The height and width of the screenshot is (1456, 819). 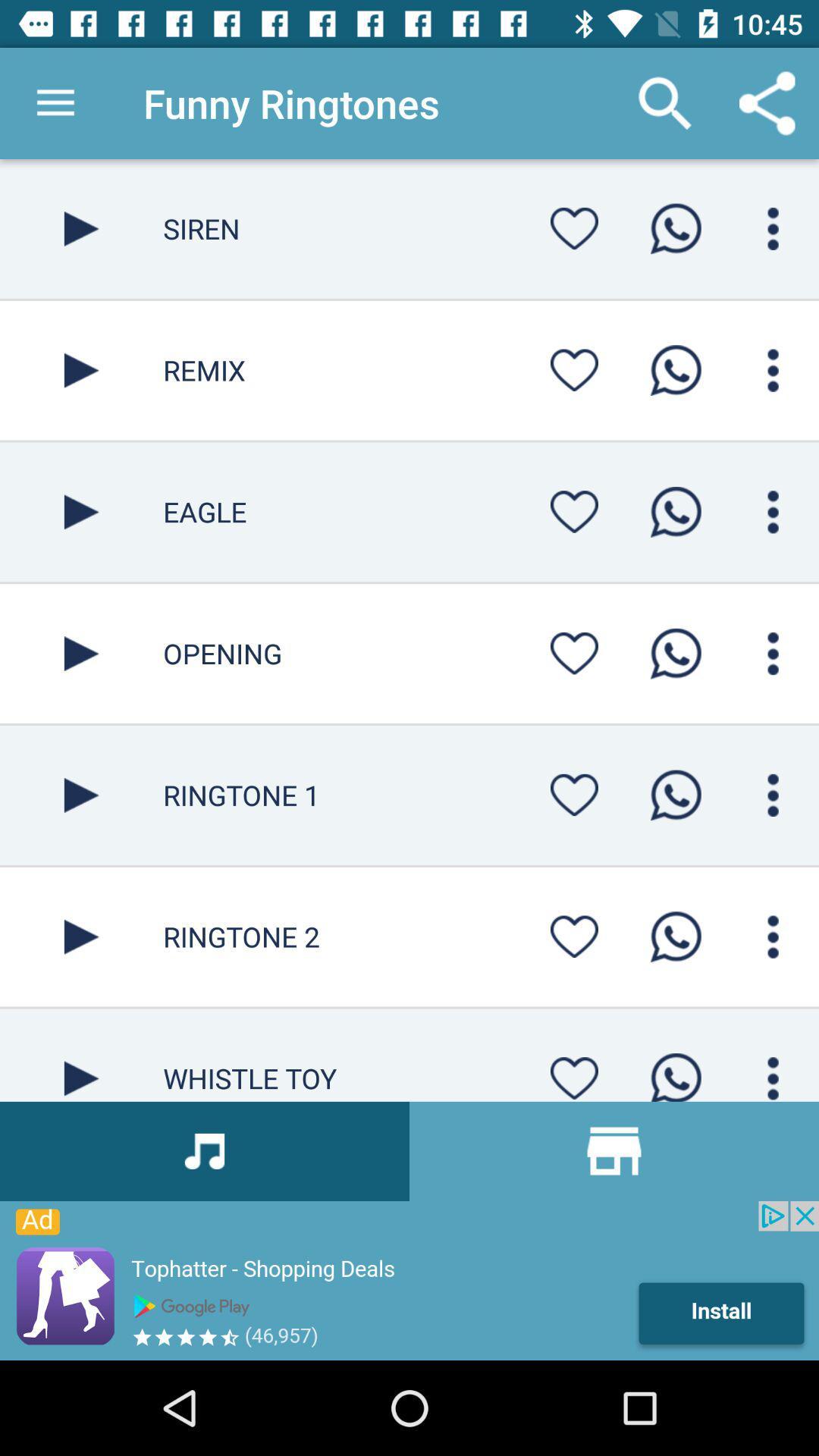 What do you see at coordinates (574, 1073) in the screenshot?
I see `like` at bounding box center [574, 1073].